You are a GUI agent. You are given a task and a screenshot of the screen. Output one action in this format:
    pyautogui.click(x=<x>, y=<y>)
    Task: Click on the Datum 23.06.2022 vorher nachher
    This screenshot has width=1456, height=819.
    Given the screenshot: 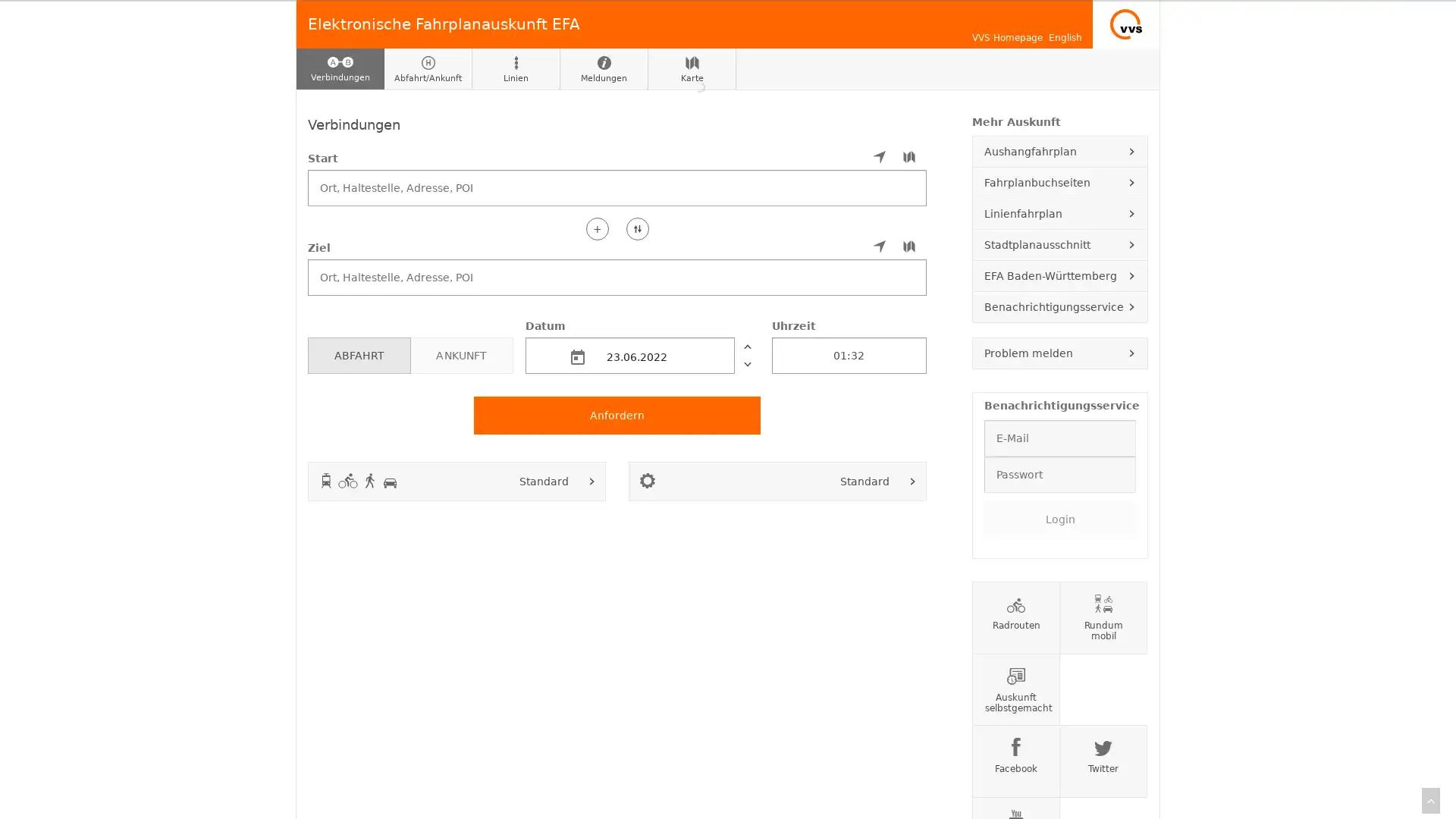 What is the action you would take?
    pyautogui.click(x=642, y=345)
    